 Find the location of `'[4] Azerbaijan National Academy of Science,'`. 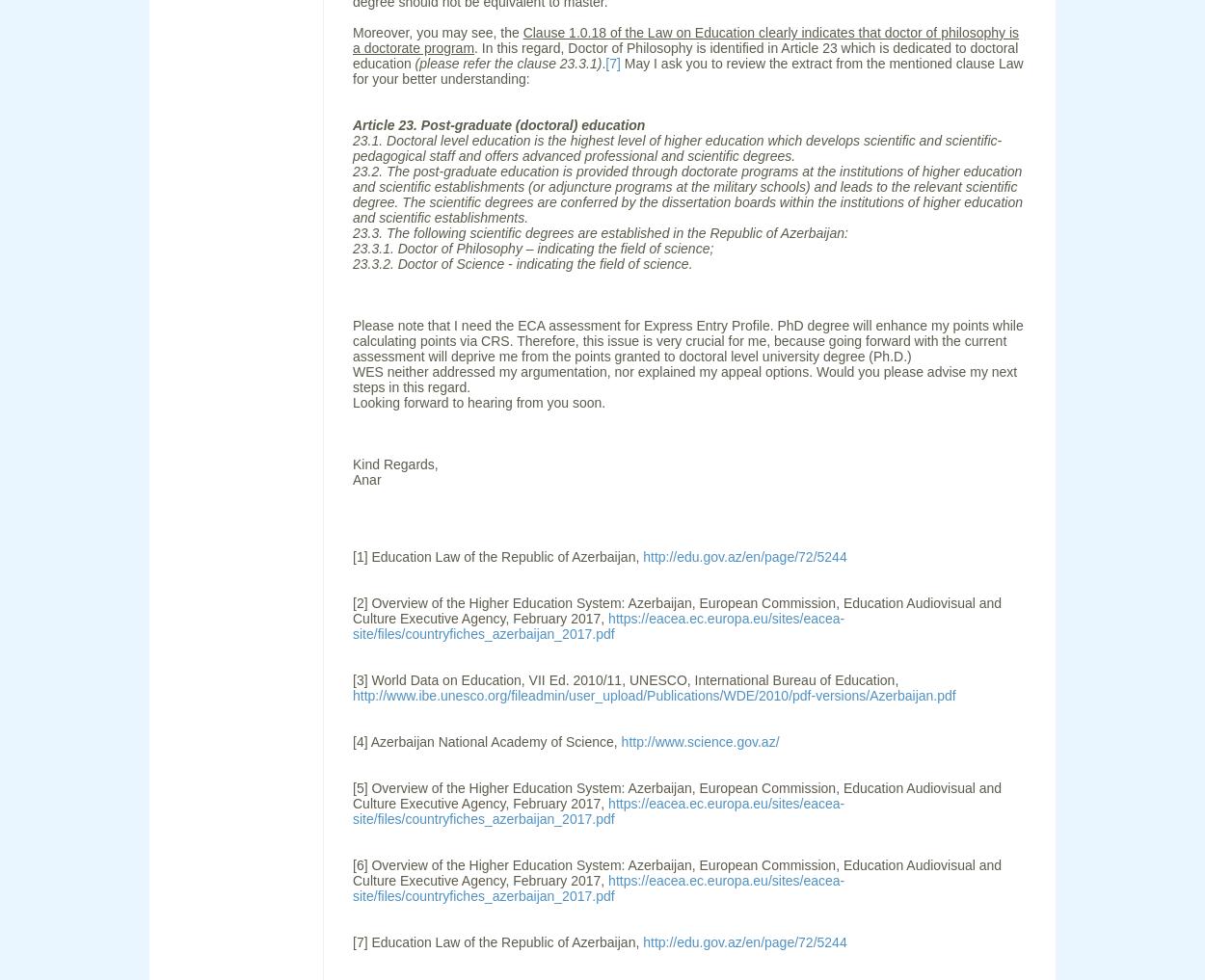

'[4] Azerbaijan National Academy of Science,' is located at coordinates (487, 741).